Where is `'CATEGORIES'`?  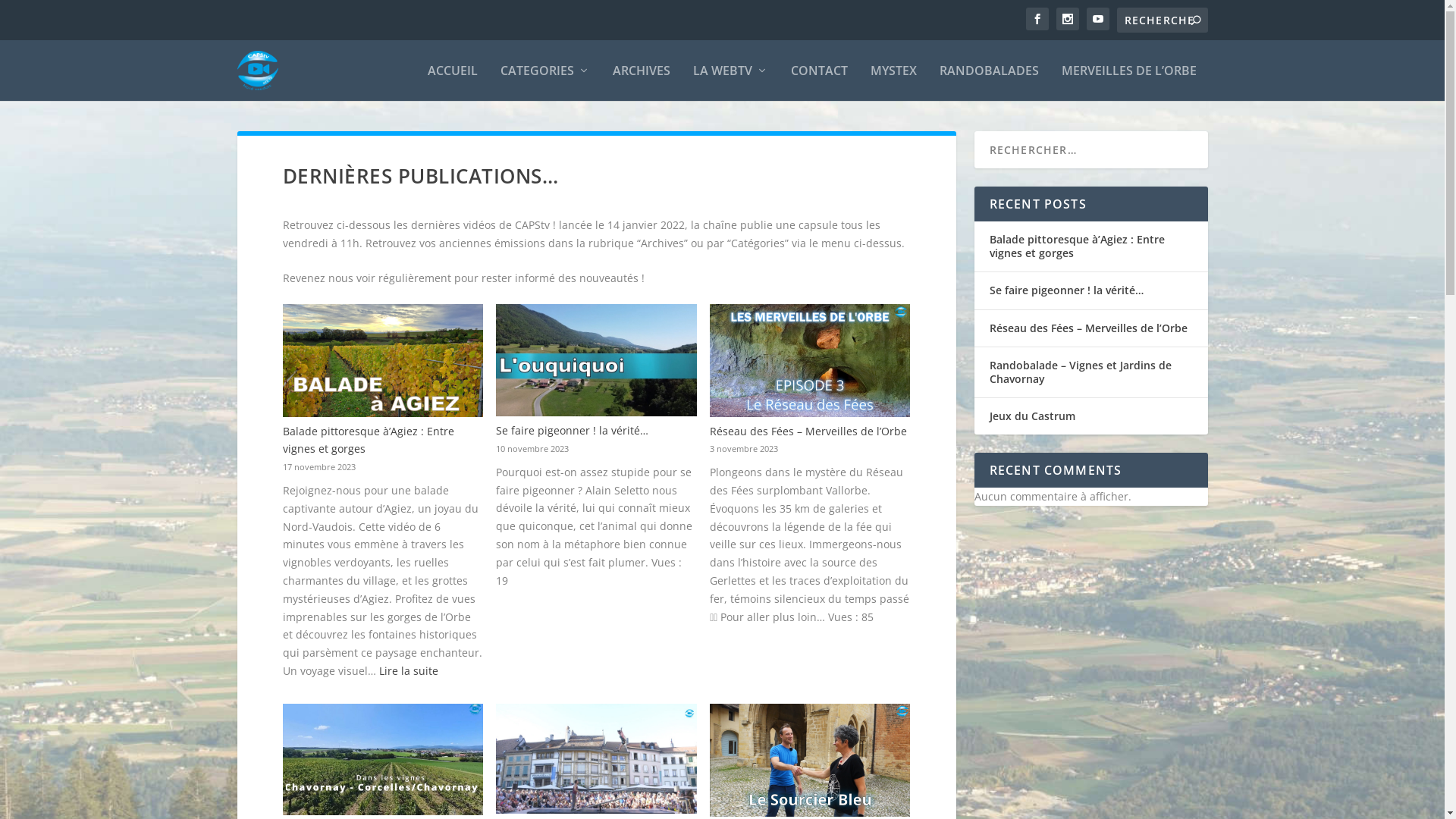 'CATEGORIES' is located at coordinates (545, 82).